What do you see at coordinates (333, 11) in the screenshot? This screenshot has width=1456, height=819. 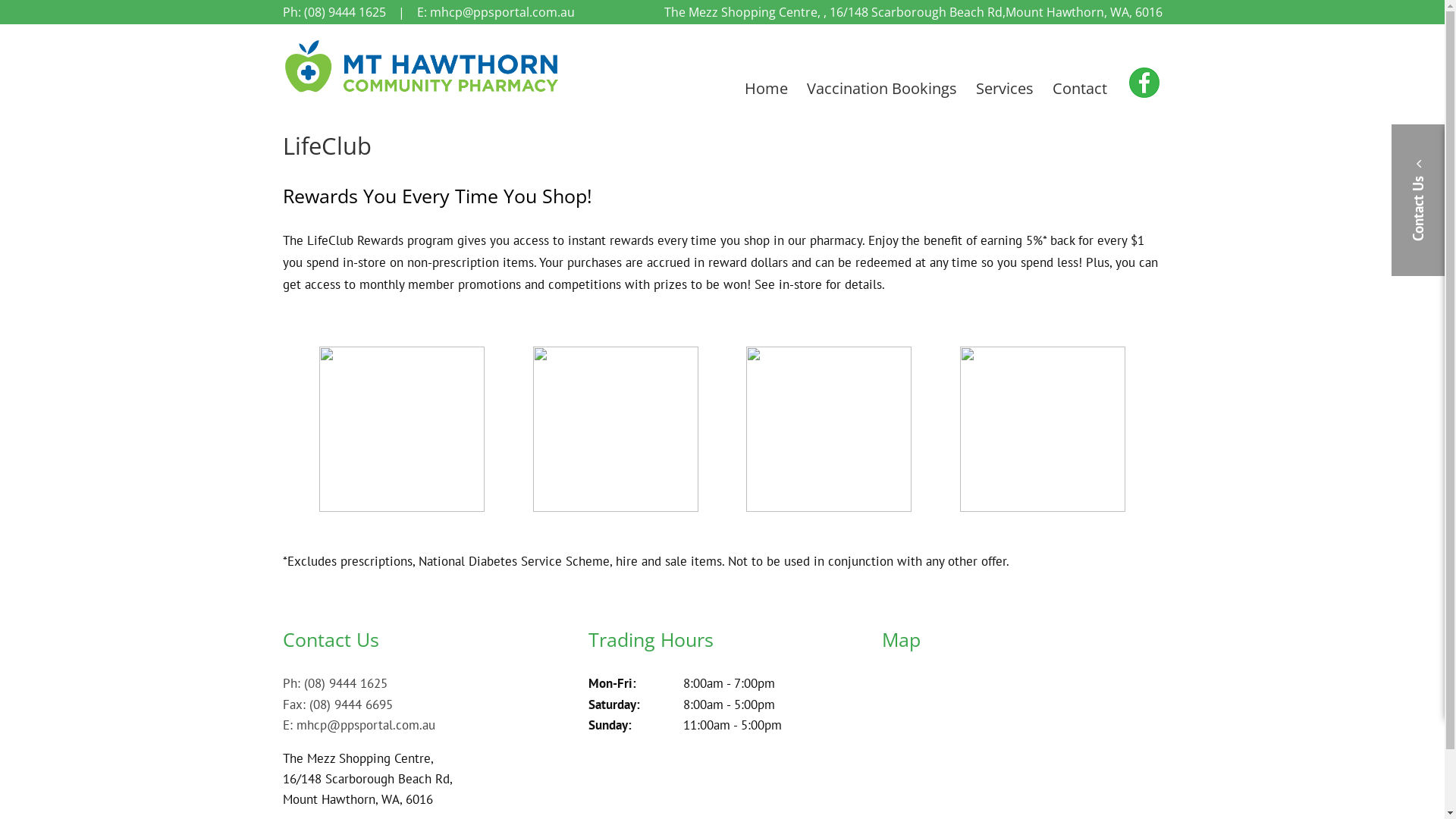 I see `'Ph: (08) 9444 1625'` at bounding box center [333, 11].